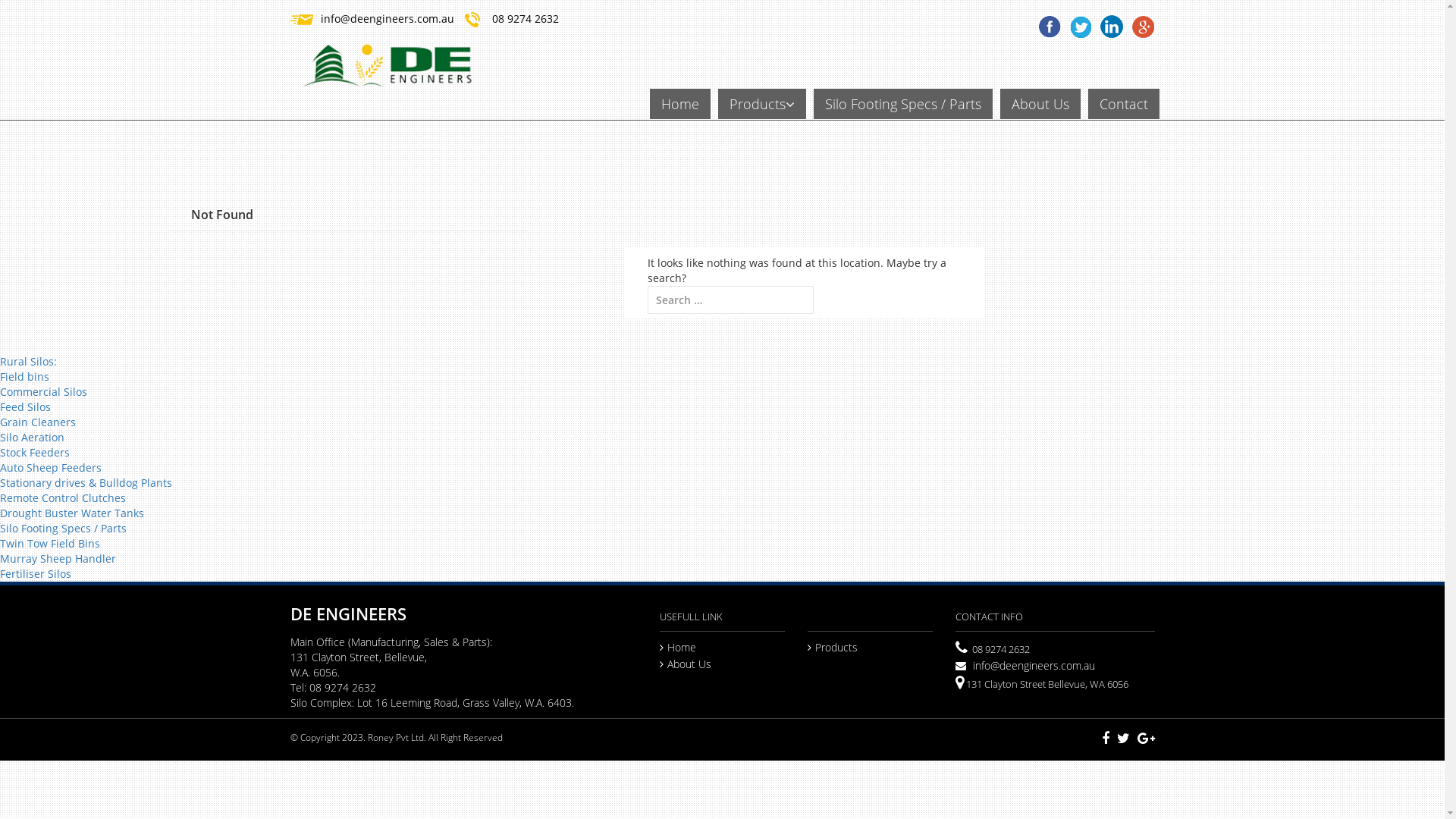  I want to click on 'Feed Silos', so click(25, 406).